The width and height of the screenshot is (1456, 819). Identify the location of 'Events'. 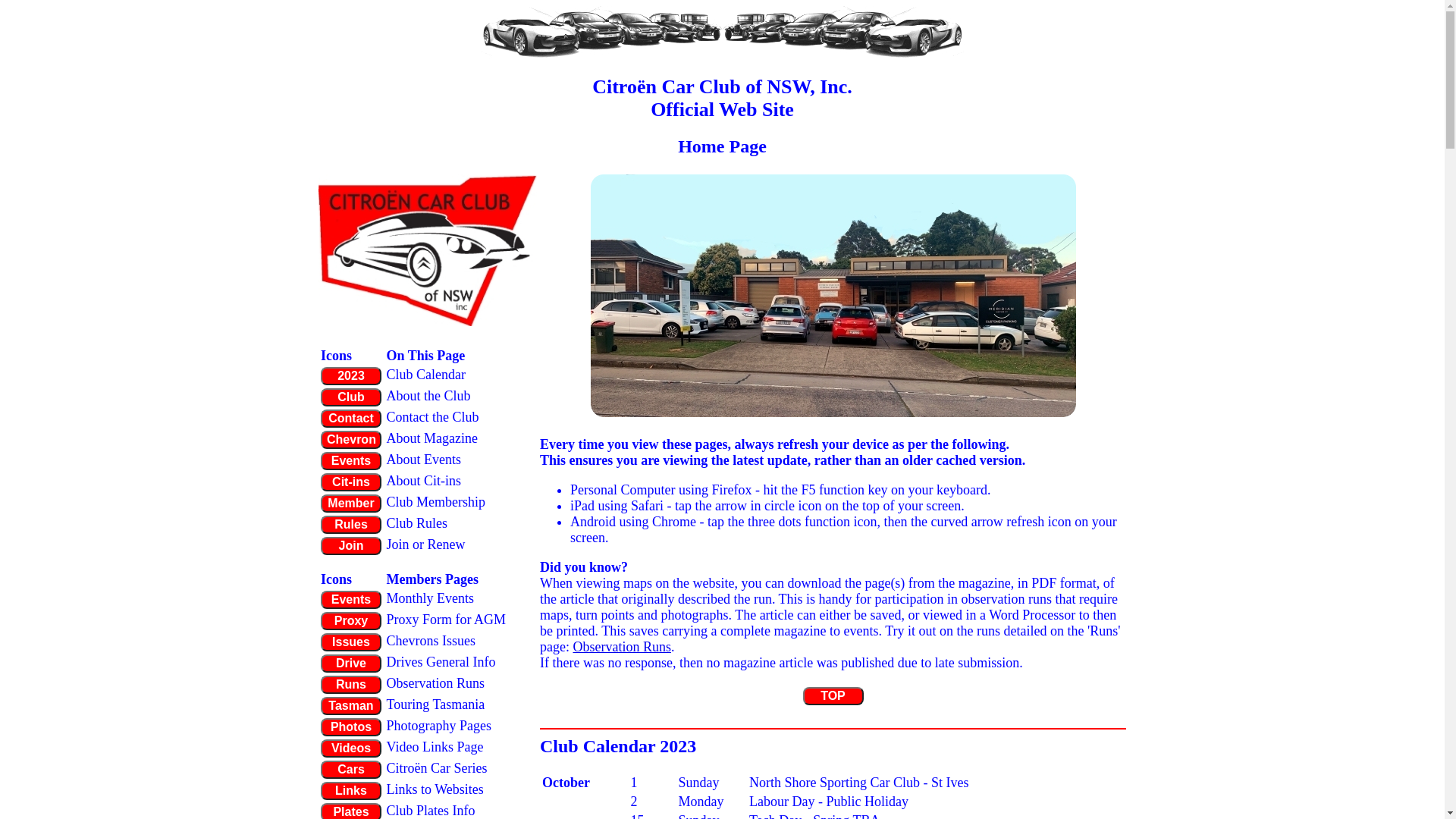
(350, 598).